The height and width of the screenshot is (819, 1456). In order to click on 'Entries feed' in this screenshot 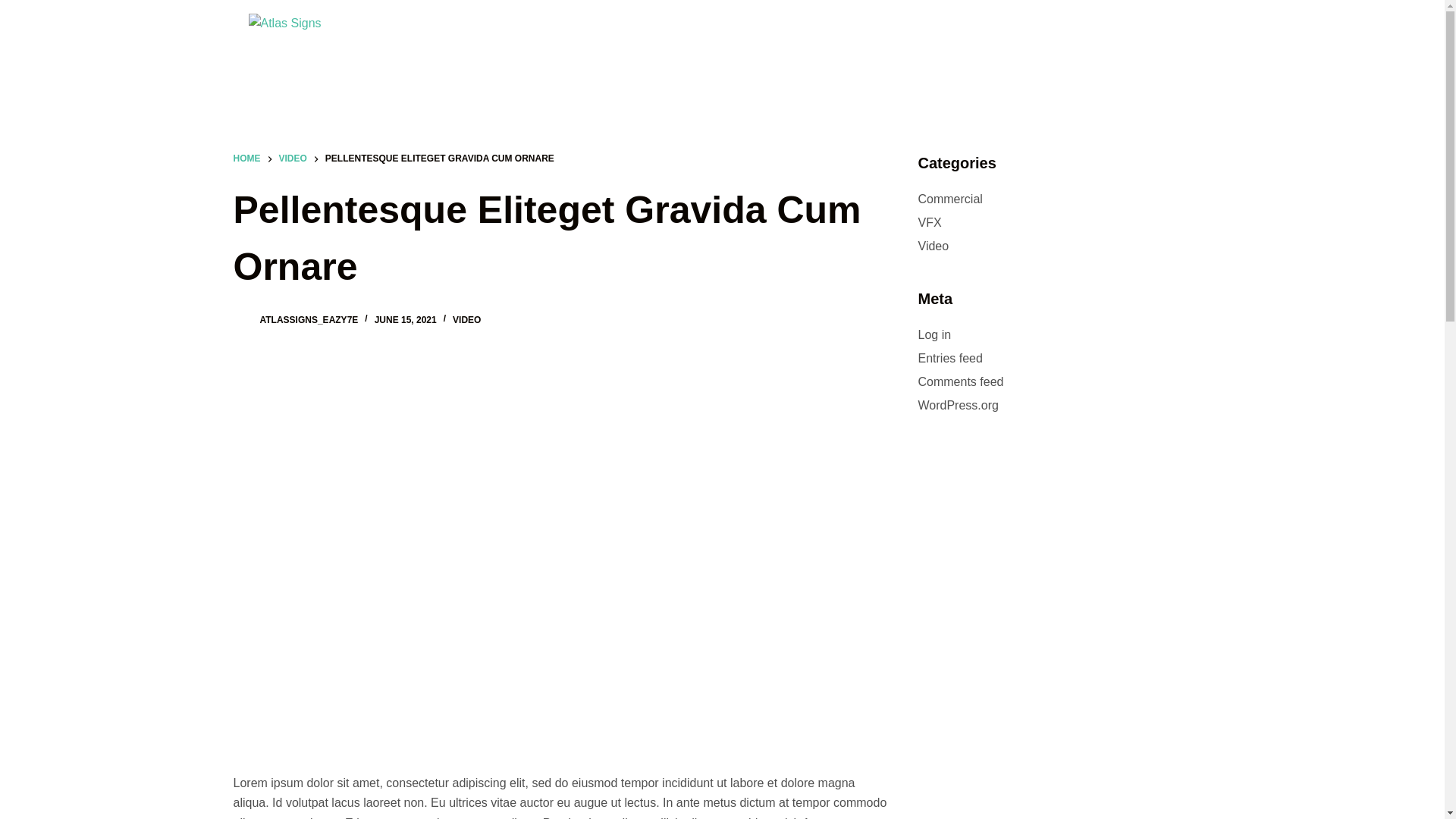, I will do `click(949, 358)`.